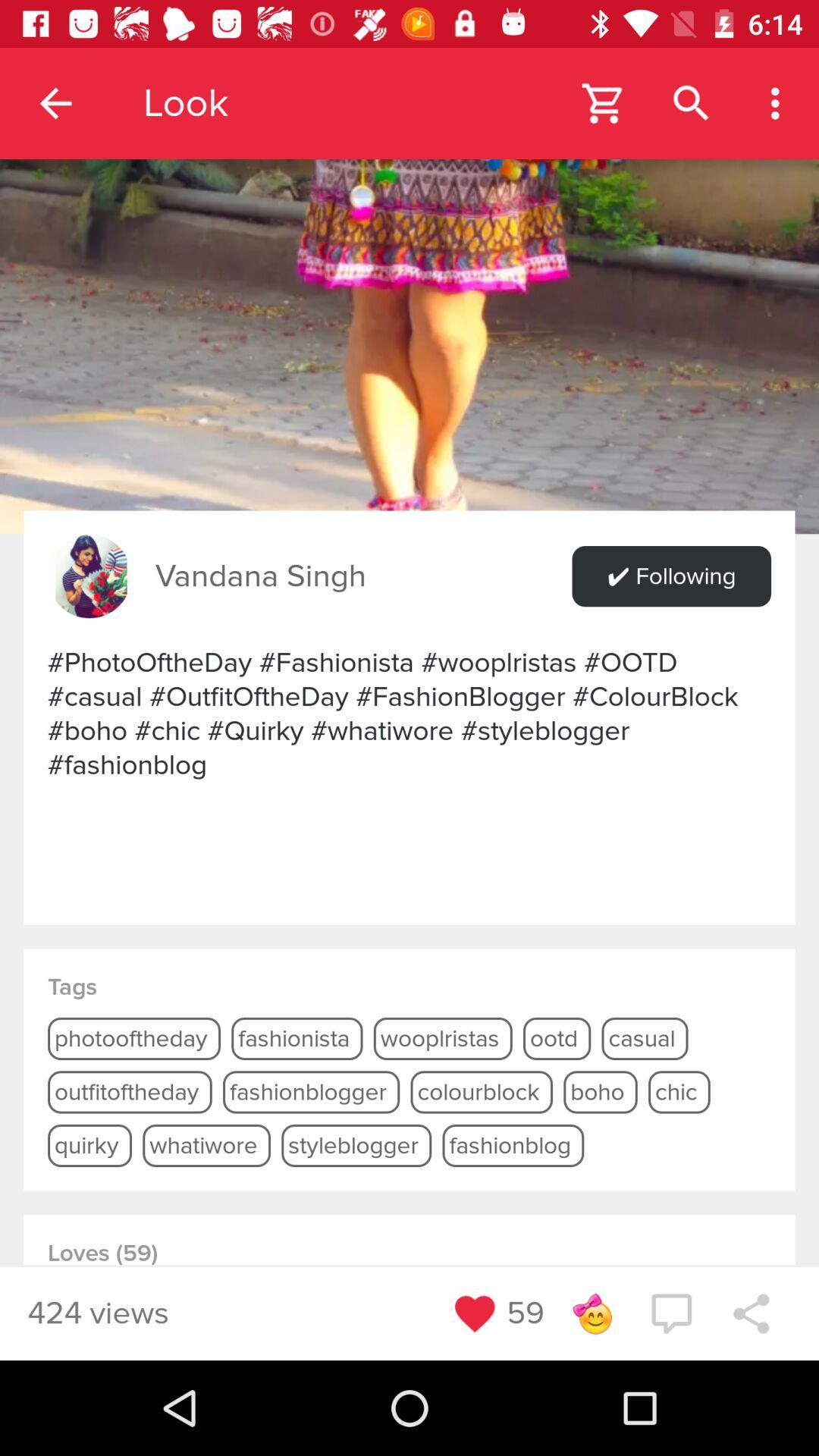 Image resolution: width=819 pixels, height=1456 pixels. What do you see at coordinates (409, 267) in the screenshot?
I see `photo` at bounding box center [409, 267].